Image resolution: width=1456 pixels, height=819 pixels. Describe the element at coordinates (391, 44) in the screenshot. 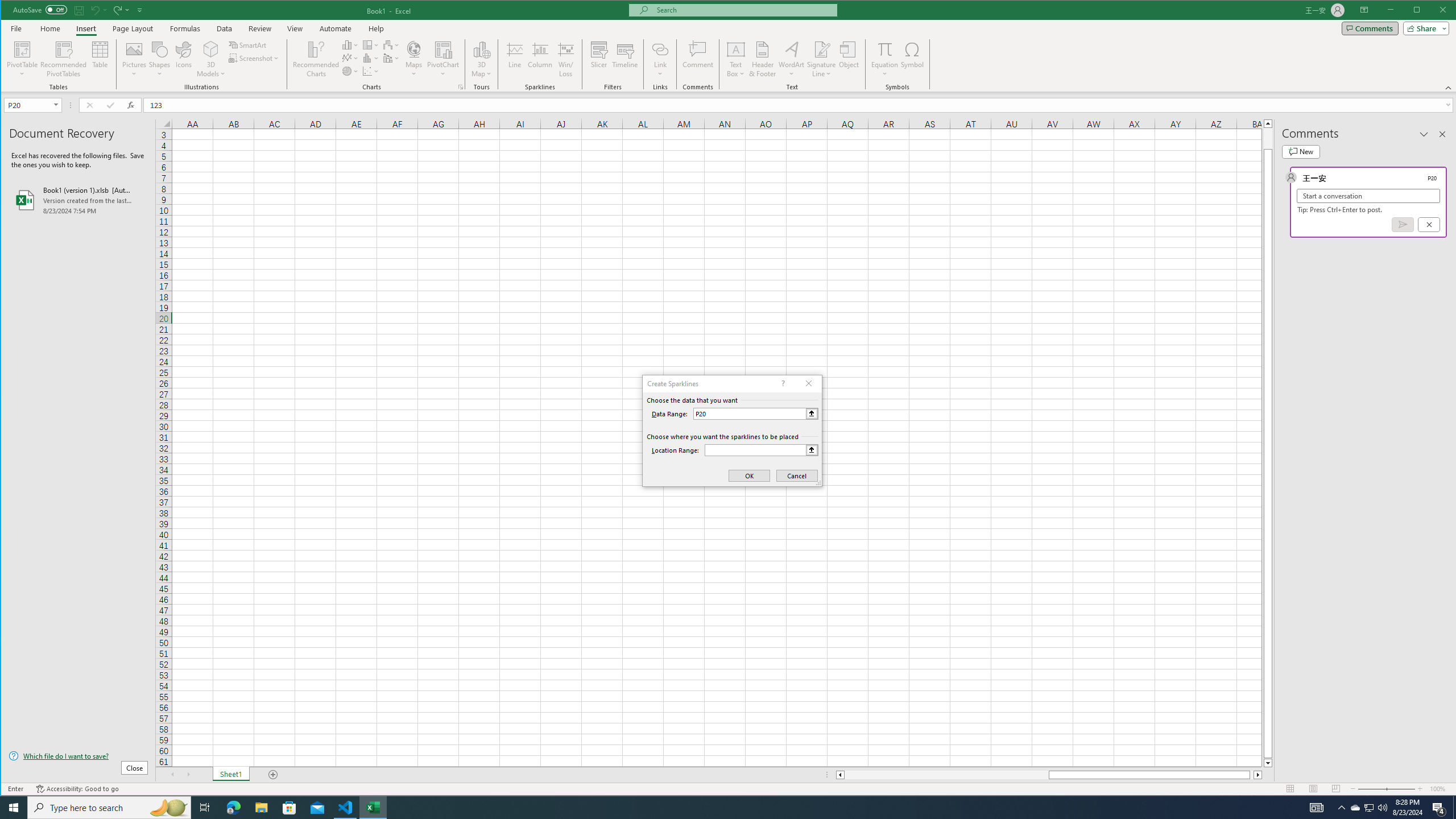

I see `'Insert Waterfall, Funnel, Stock, Surface, or Radar Chart'` at that location.